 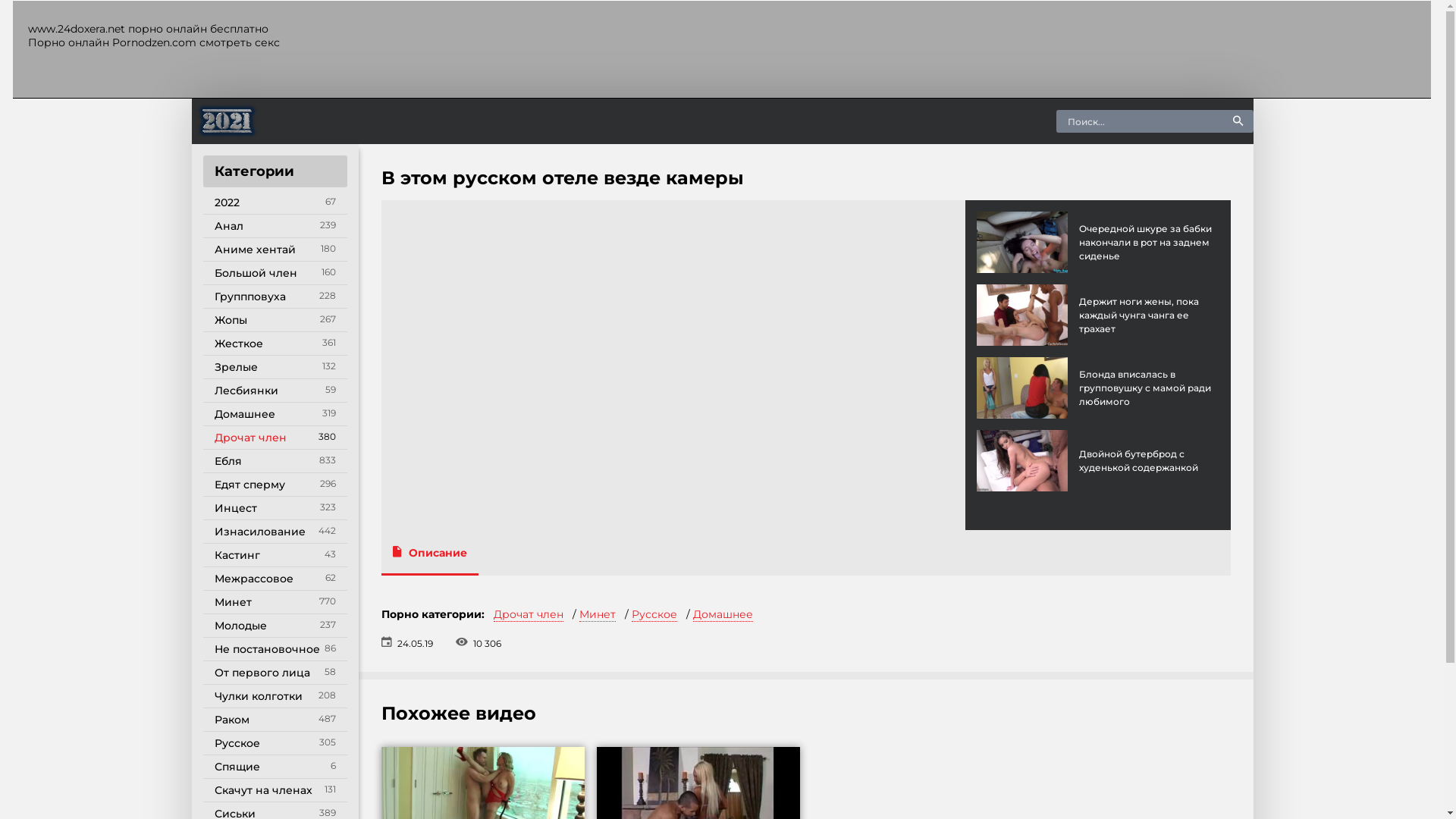 I want to click on 'Pornodzen.com', so click(x=154, y=42).